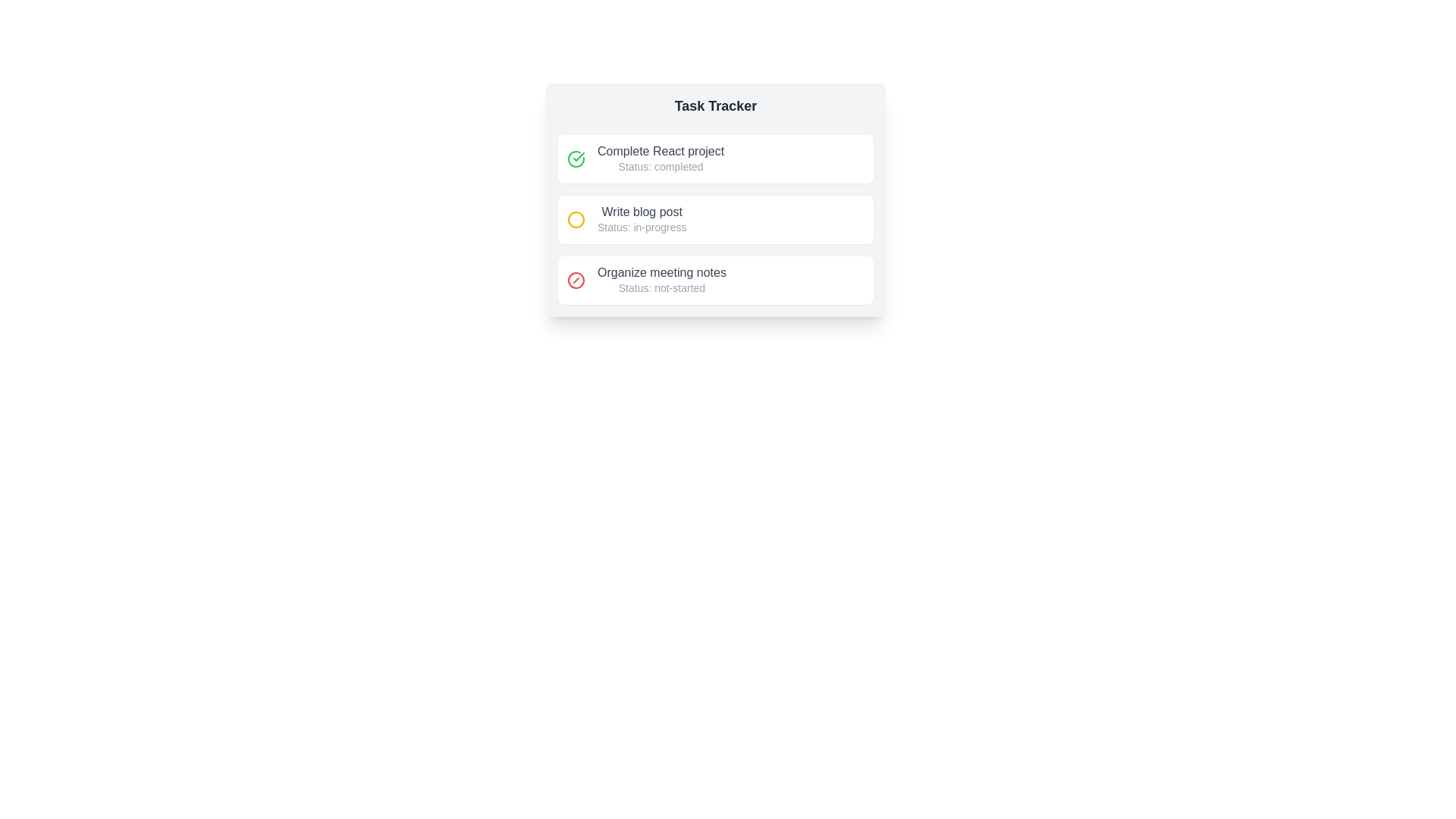  What do you see at coordinates (575, 219) in the screenshot?
I see `the Decorative icon, a small circular icon with a yellow outline and a transparent center, located to the left of the 'Write blog post' text in the Task Tracker` at bounding box center [575, 219].